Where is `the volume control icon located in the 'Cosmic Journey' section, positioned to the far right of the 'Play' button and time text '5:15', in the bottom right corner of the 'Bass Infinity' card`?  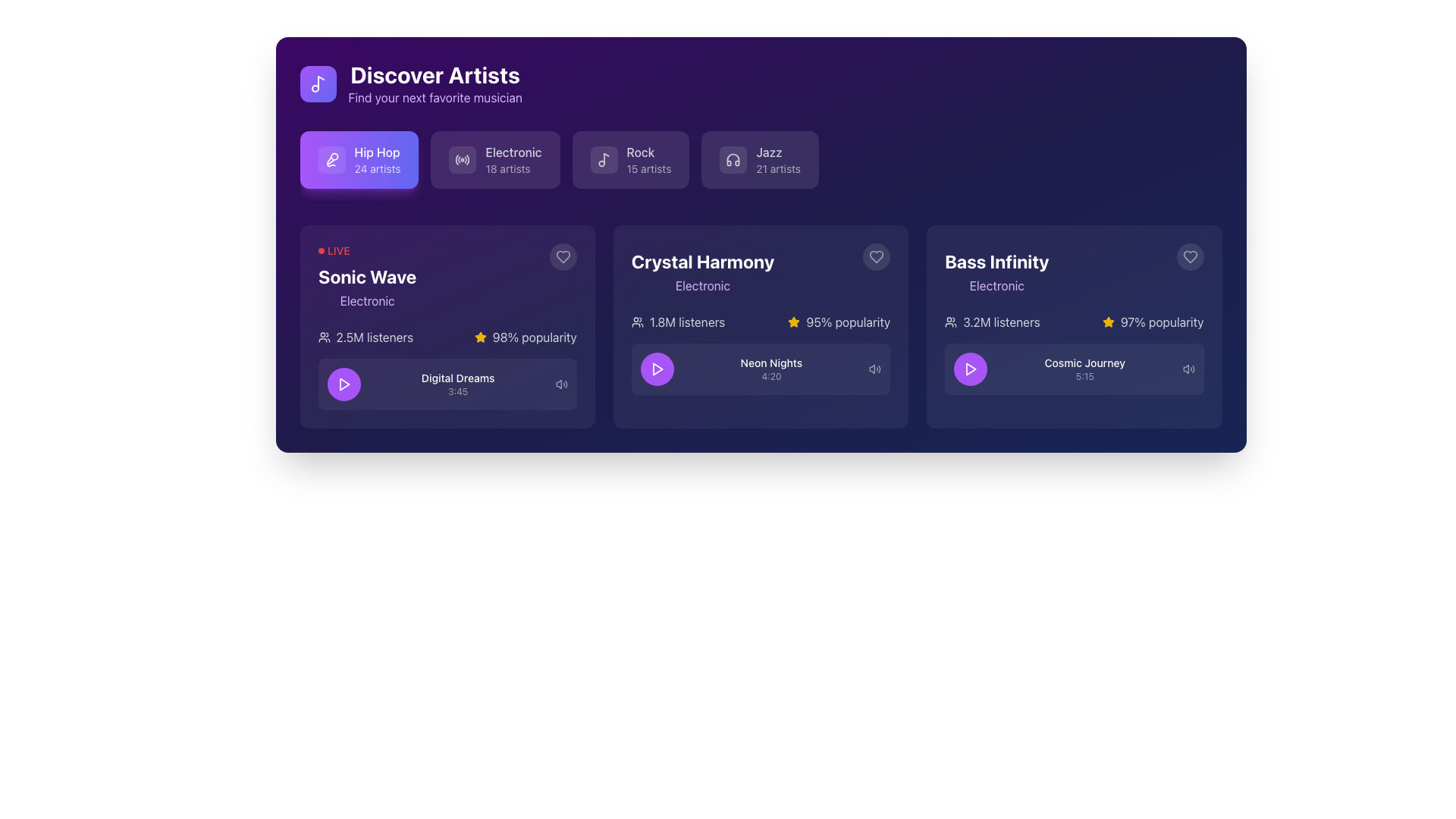
the volume control icon located in the 'Cosmic Journey' section, positioned to the far right of the 'Play' button and time text '5:15', in the bottom right corner of the 'Bass Infinity' card is located at coordinates (1188, 369).